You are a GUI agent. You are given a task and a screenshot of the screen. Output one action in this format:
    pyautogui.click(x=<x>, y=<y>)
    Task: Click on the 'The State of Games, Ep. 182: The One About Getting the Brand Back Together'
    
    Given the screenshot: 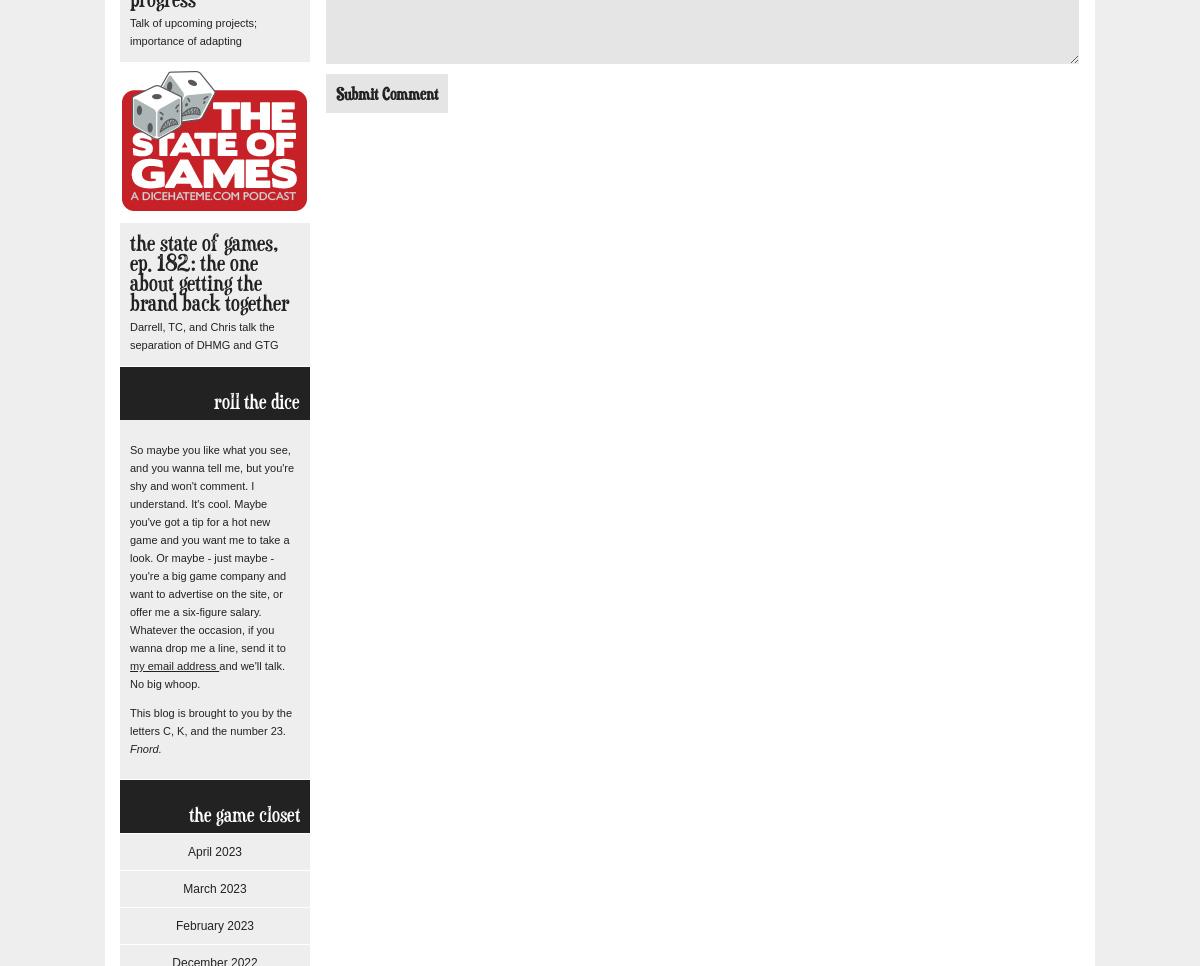 What is the action you would take?
    pyautogui.click(x=208, y=272)
    